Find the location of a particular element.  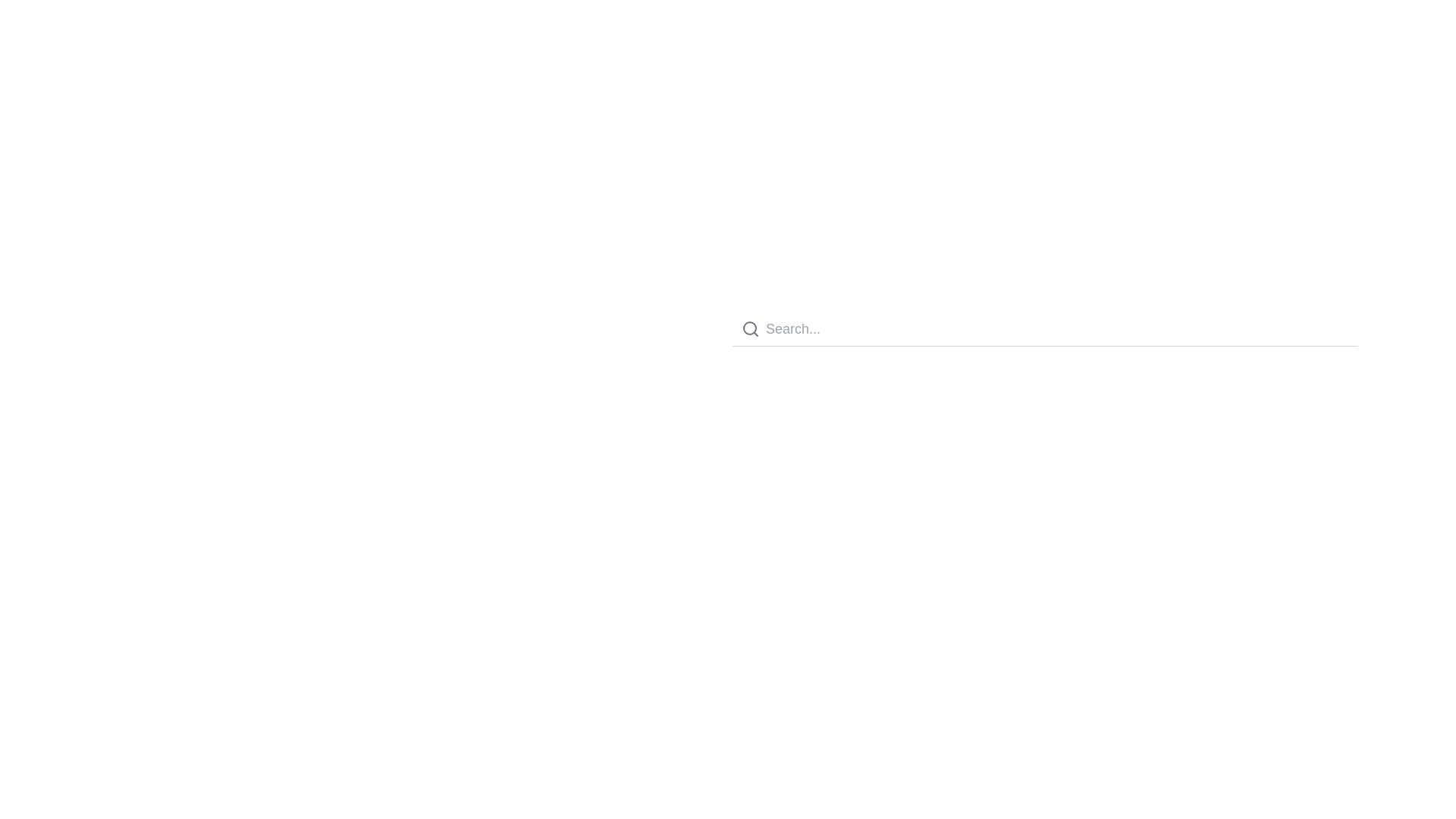

the small filled circle within the magnifying glass icon, which is positioned to the left of the 'Search...' text field is located at coordinates (749, 327).